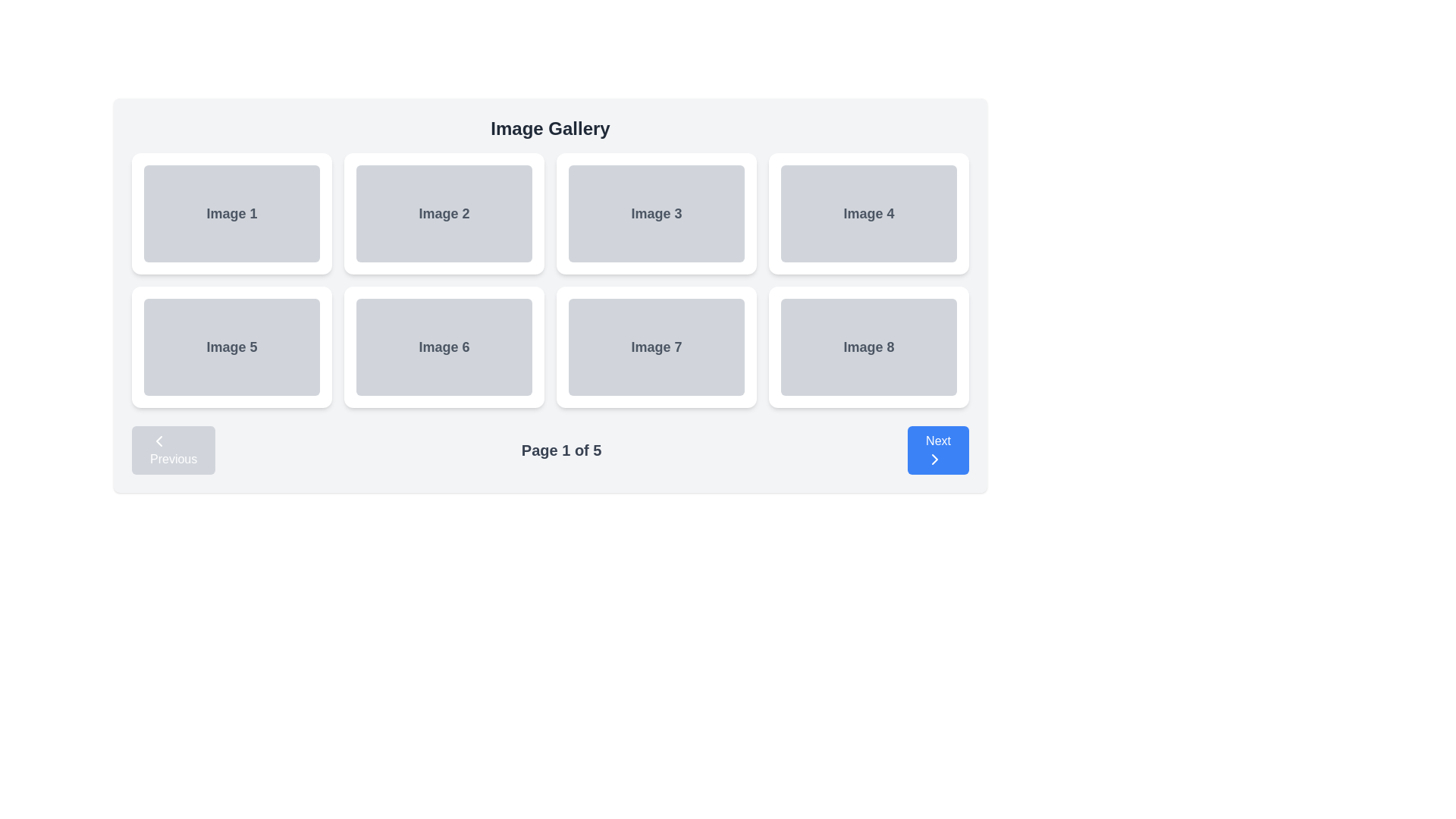 The image size is (1456, 819). Describe the element at coordinates (443, 347) in the screenshot. I see `the text label indicating 'Image 6', which serves as a descriptive label for the associated image placeholder located in the second row, second column of the grid layout` at that location.